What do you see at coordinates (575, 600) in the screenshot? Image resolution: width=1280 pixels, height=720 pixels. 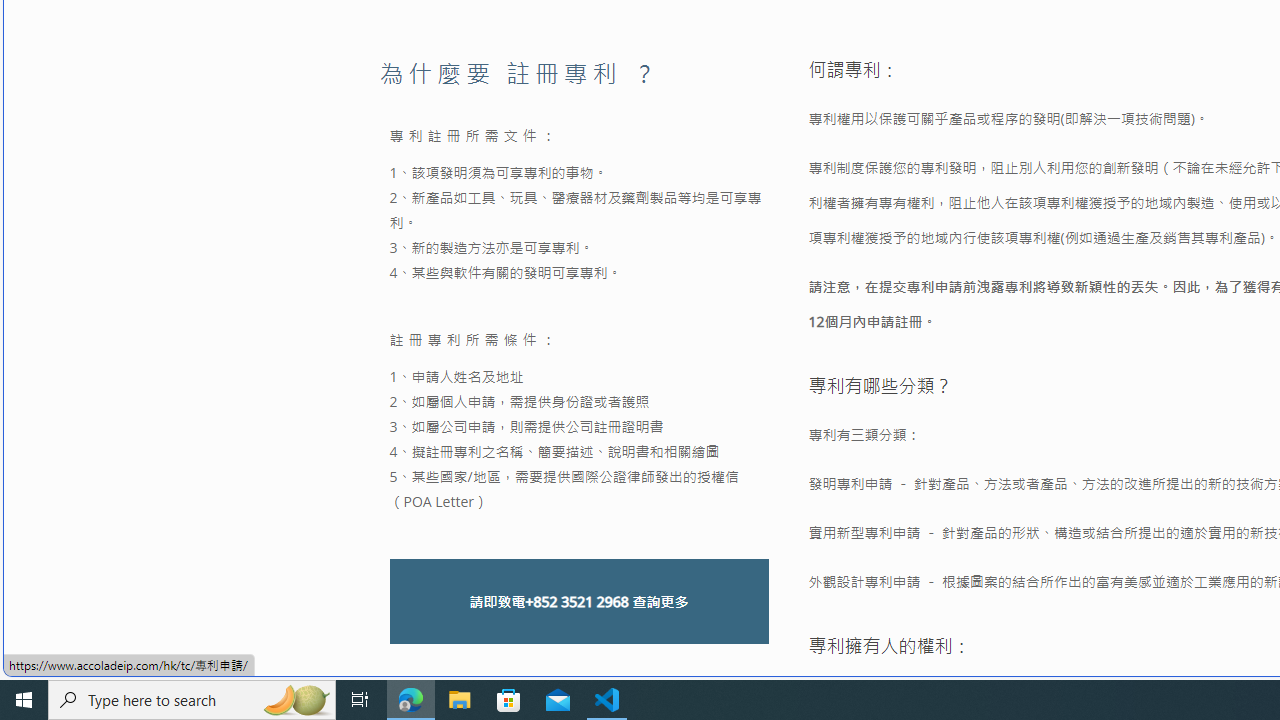 I see `'+852 3521 2968'` at bounding box center [575, 600].